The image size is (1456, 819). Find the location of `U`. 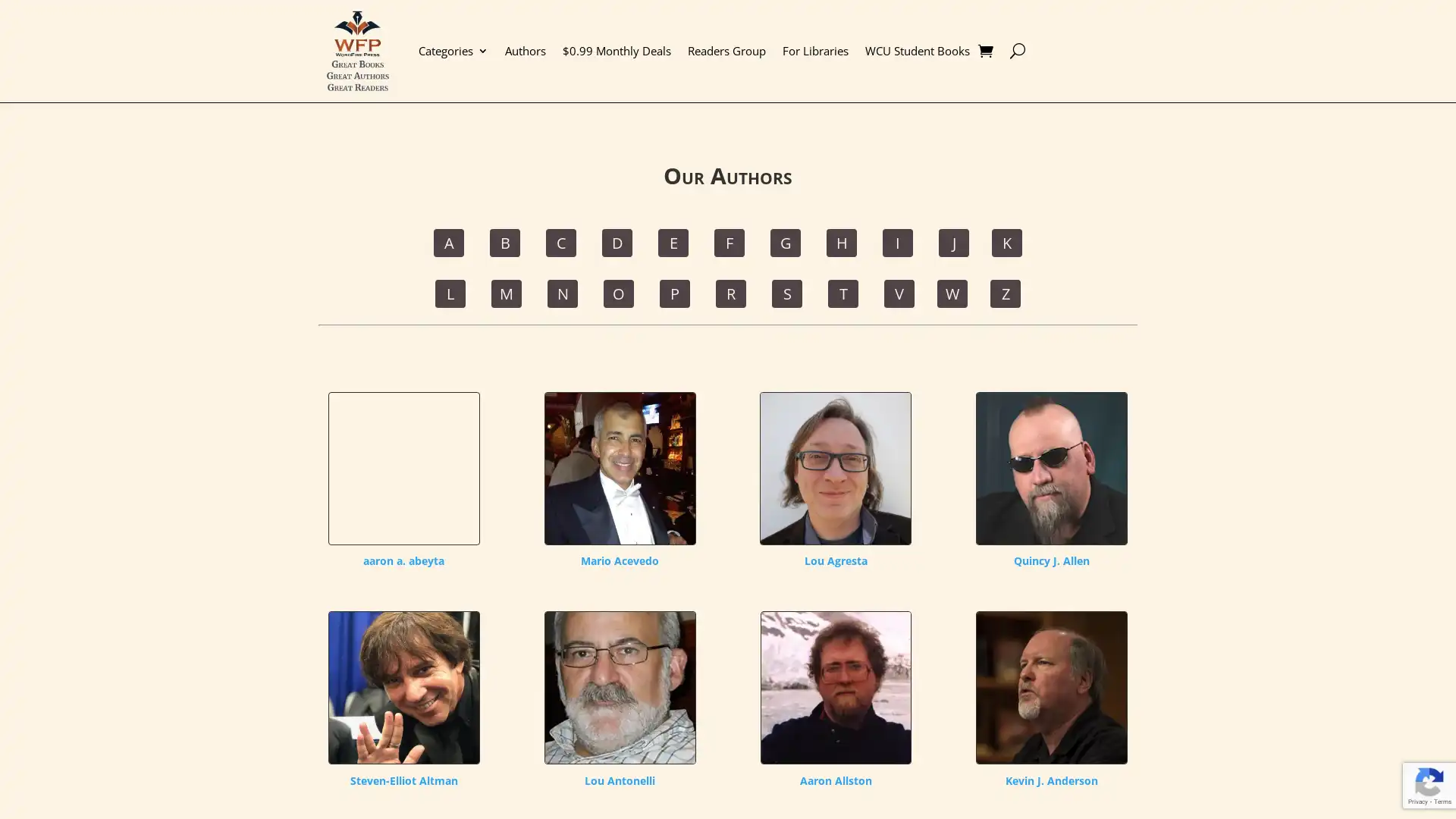

U is located at coordinates (1016, 49).